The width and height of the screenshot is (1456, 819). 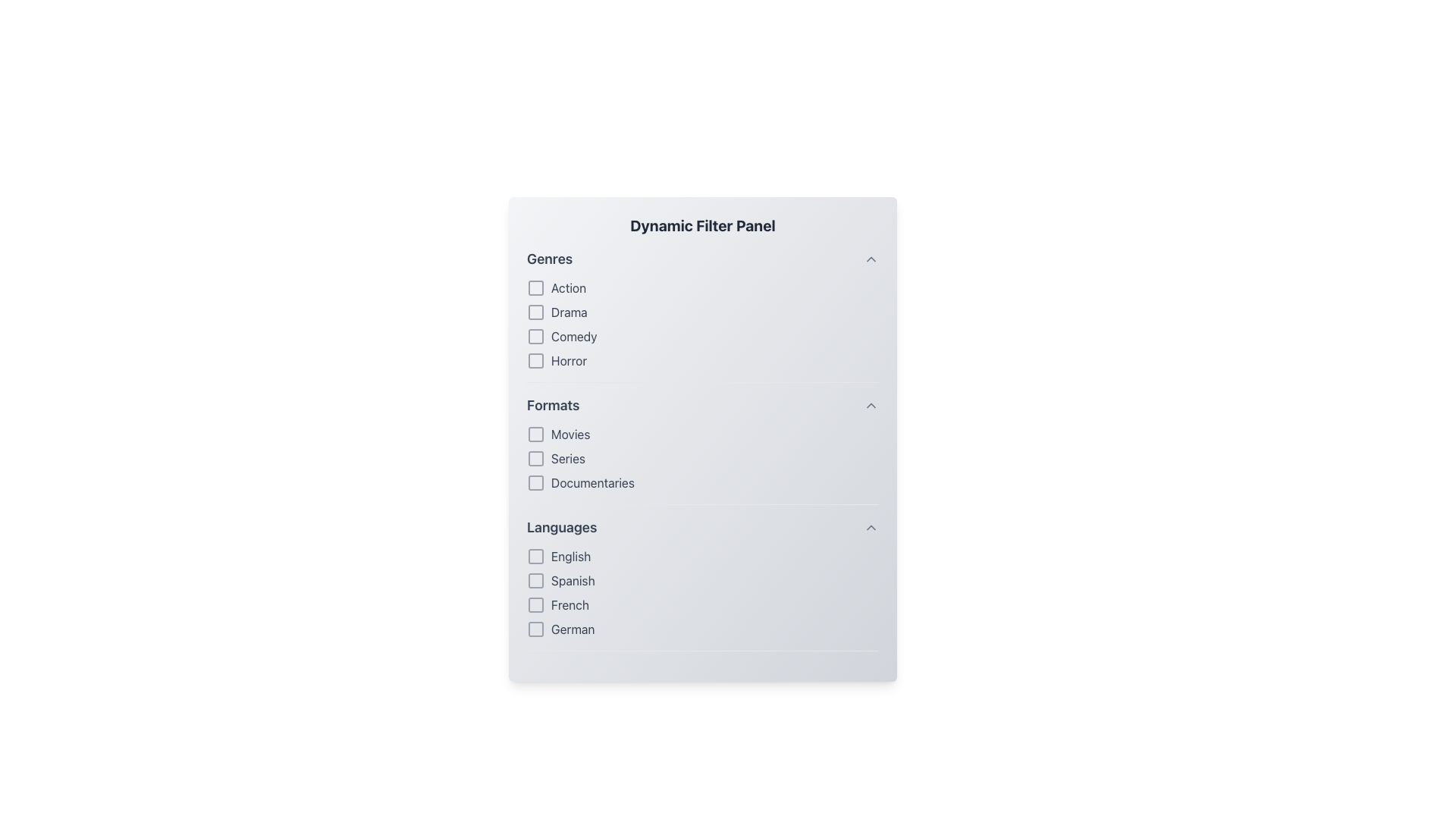 I want to click on the 'English' language text label located in the 'Languages' section of the filter panel, which is the first option in the list and follows the checkbox, so click(x=570, y=556).